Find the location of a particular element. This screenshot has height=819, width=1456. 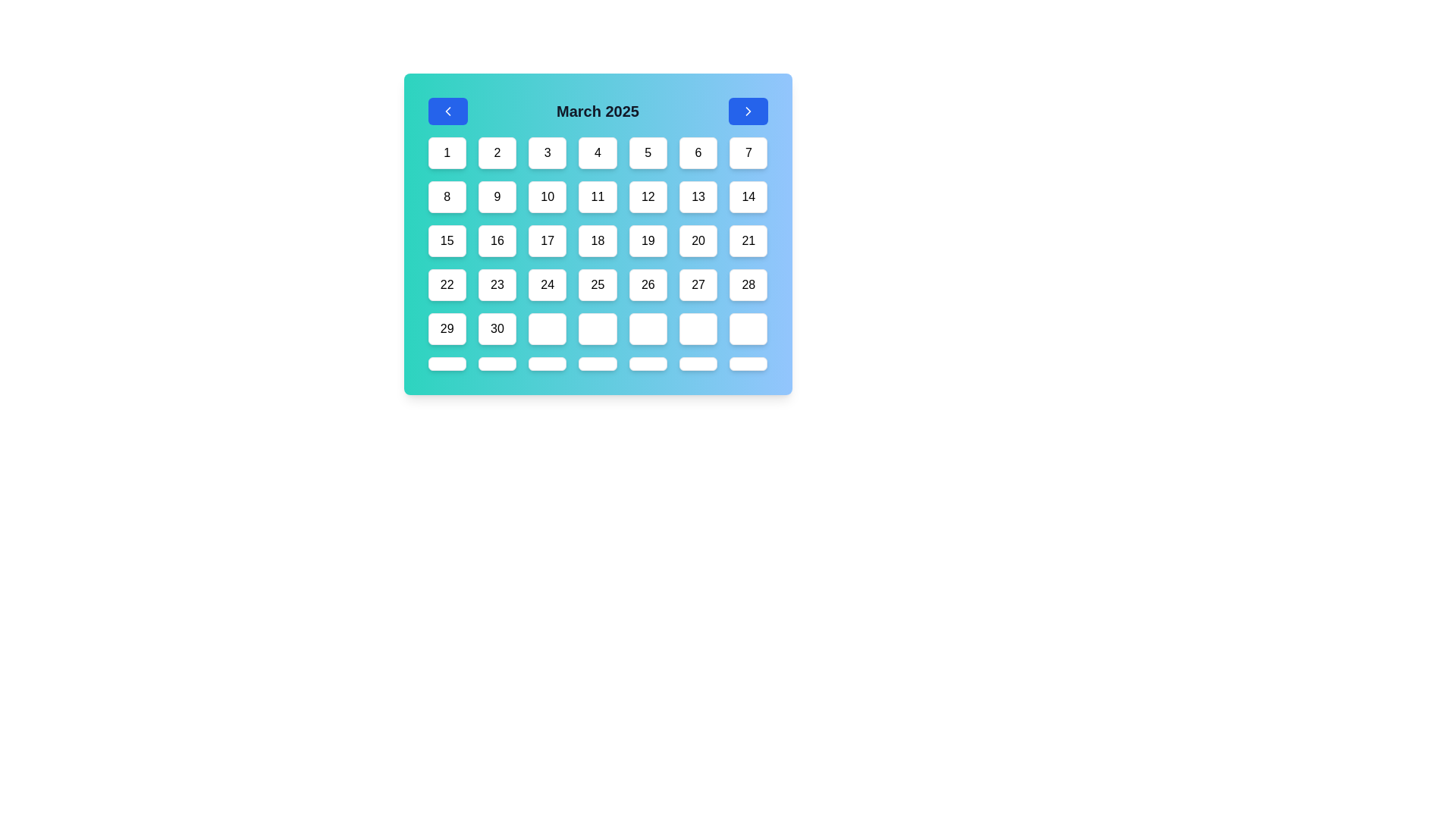

the Text-display box that shows the number '11' in the second row and fourth column of the grid layout is located at coordinates (597, 196).